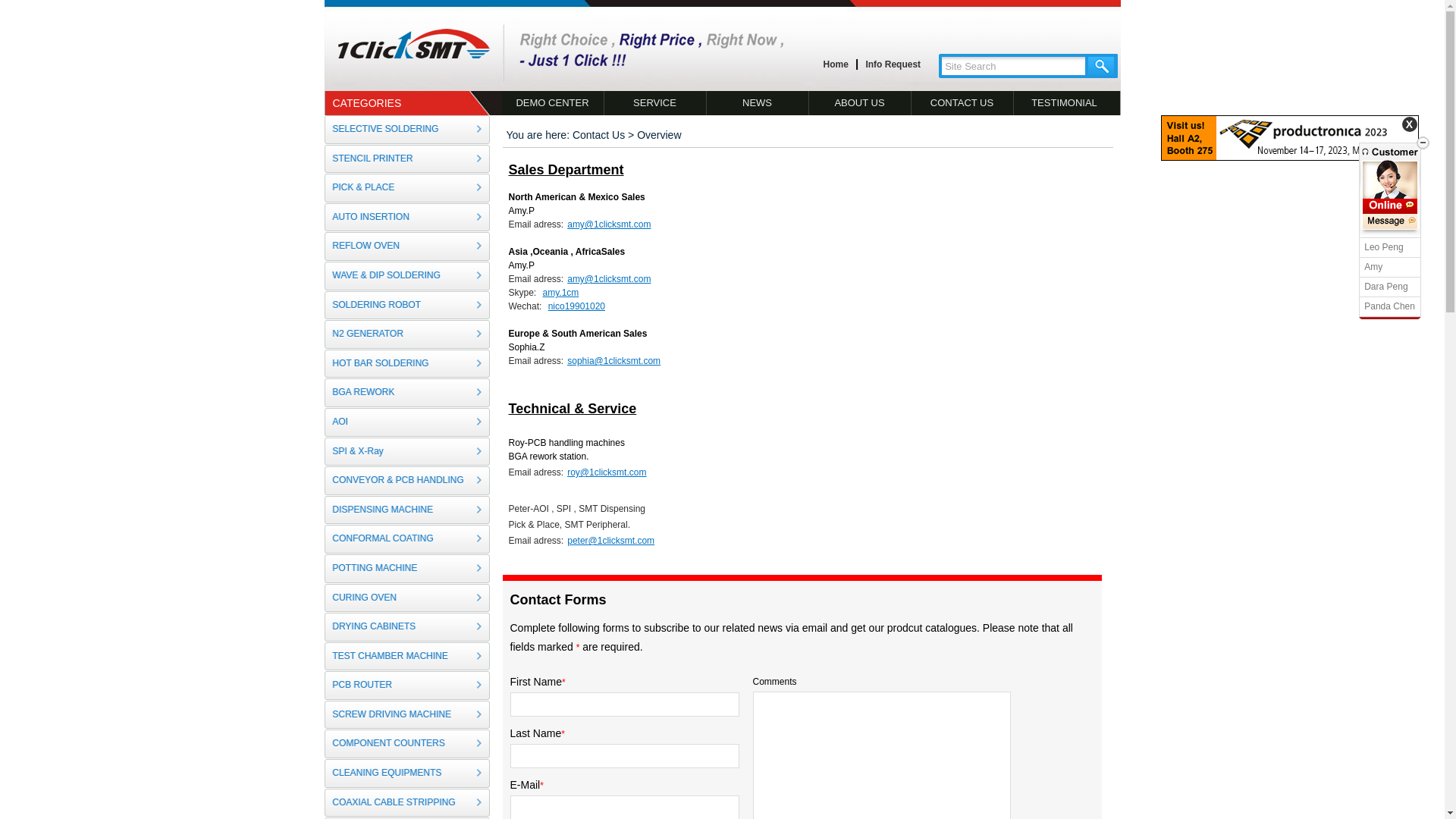  Describe the element at coordinates (407, 510) in the screenshot. I see `'DISPENSING MACHINE'` at that location.